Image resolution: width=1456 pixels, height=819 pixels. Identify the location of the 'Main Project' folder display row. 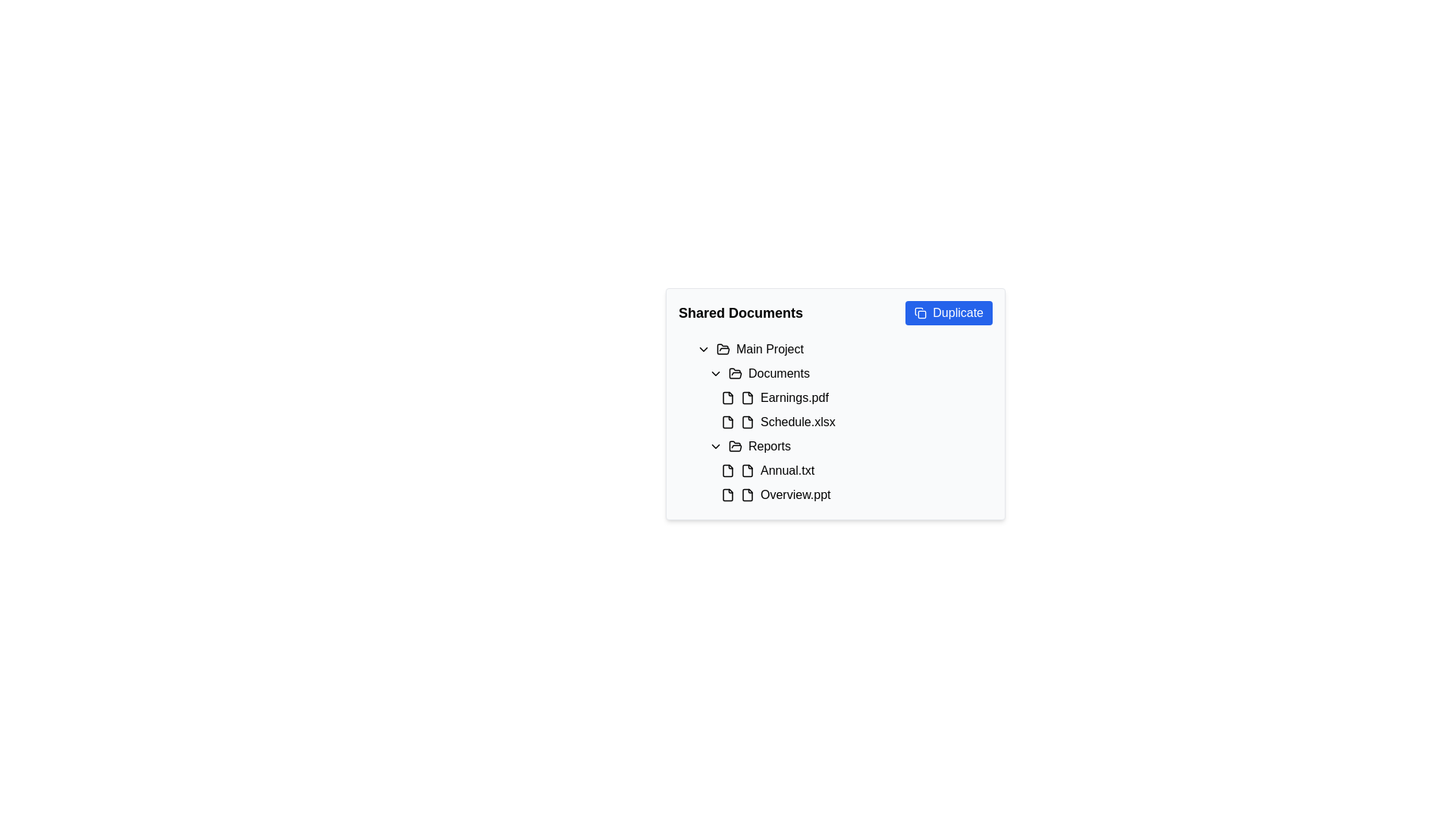
(840, 350).